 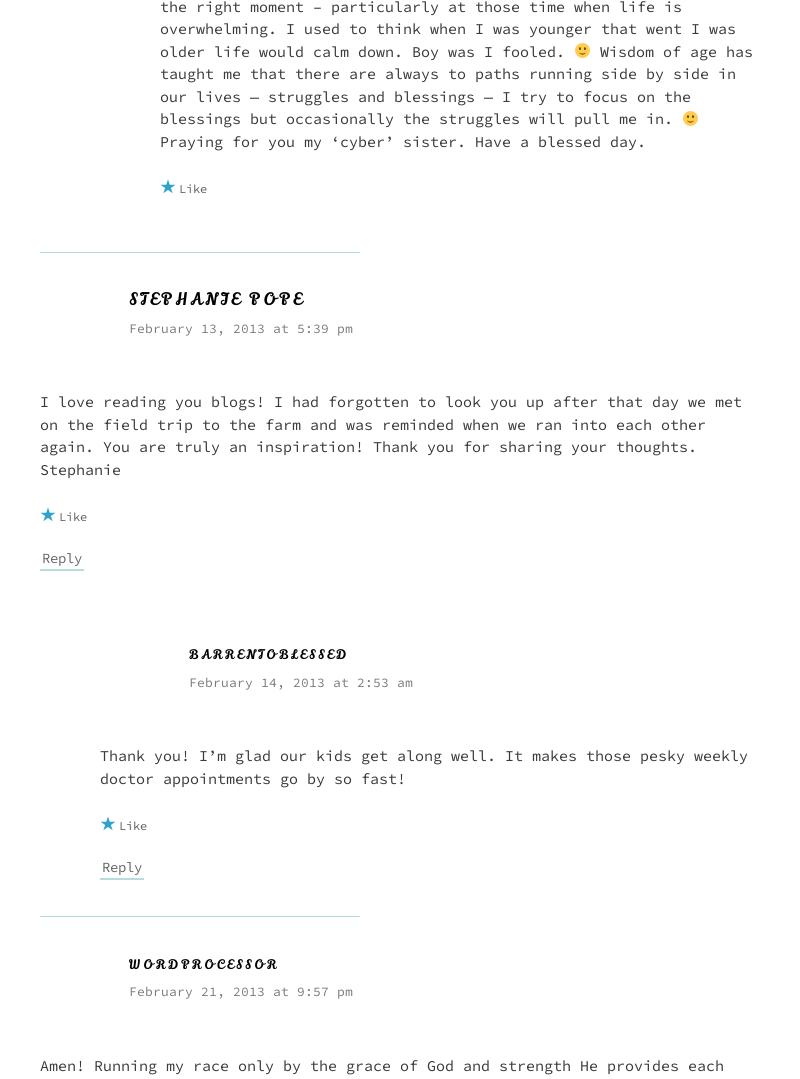 I want to click on 'Praying for you my ‘cyber’ sister. Have a blessed day.', so click(x=160, y=139).